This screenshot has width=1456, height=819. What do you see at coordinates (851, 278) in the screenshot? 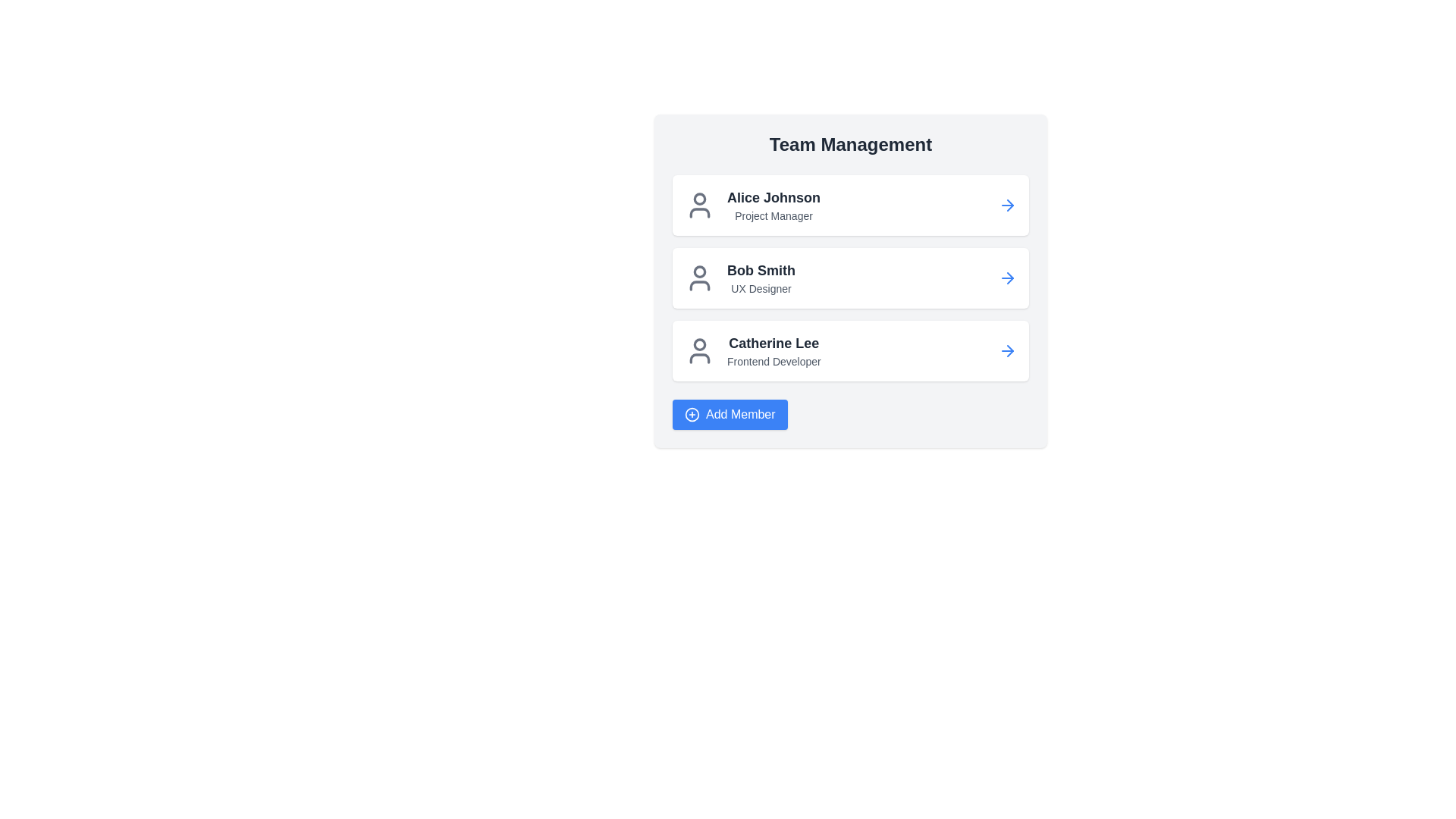
I see `the team member's profile summary card, which is the second item in the vertical list of three cards in the 'Team Management' section` at bounding box center [851, 278].